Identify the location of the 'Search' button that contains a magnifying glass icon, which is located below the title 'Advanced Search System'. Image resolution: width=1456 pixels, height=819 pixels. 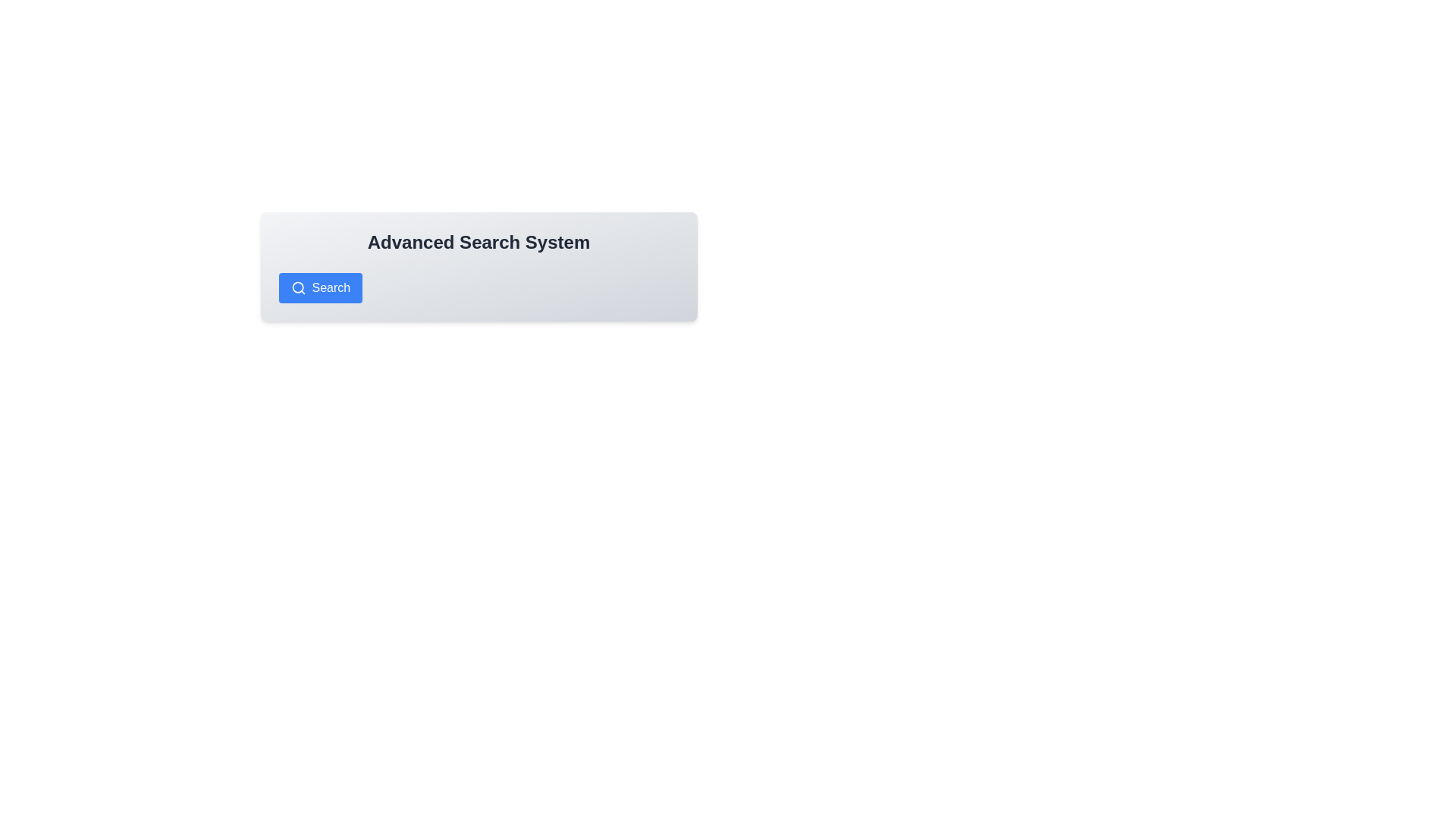
(298, 288).